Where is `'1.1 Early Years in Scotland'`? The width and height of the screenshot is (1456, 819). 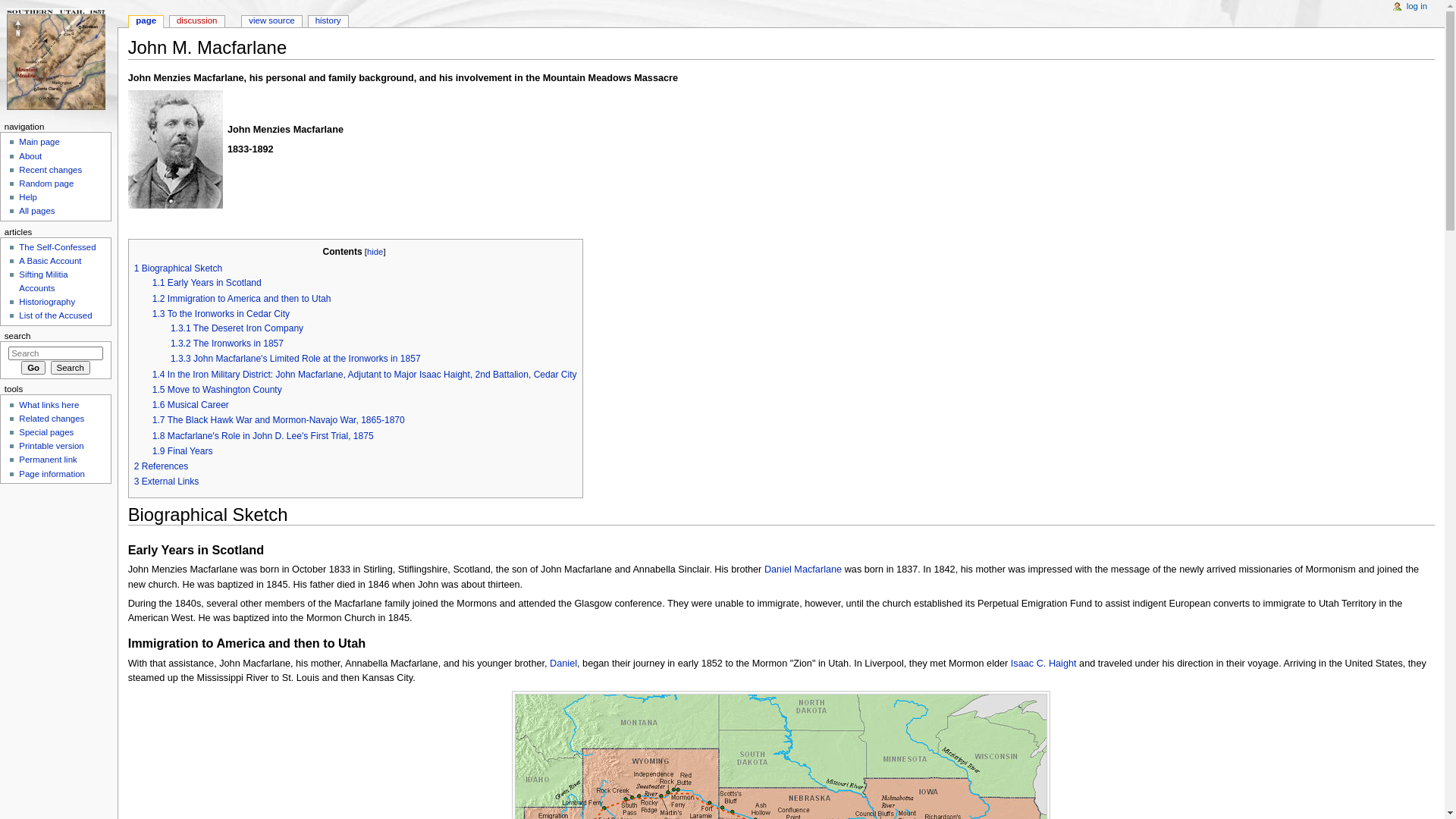 '1.1 Early Years in Scotland' is located at coordinates (206, 283).